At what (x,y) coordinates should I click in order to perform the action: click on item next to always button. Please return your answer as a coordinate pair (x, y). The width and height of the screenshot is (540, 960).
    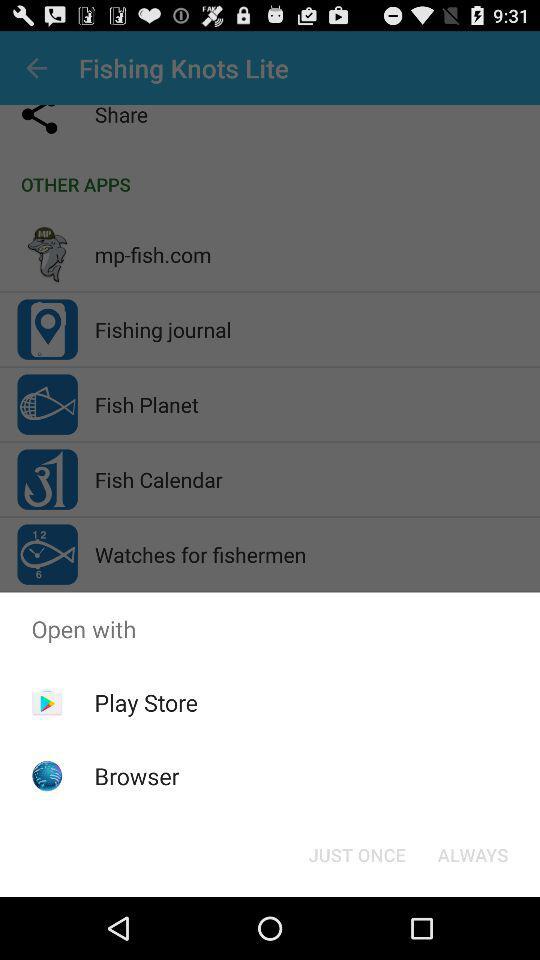
    Looking at the image, I should click on (356, 853).